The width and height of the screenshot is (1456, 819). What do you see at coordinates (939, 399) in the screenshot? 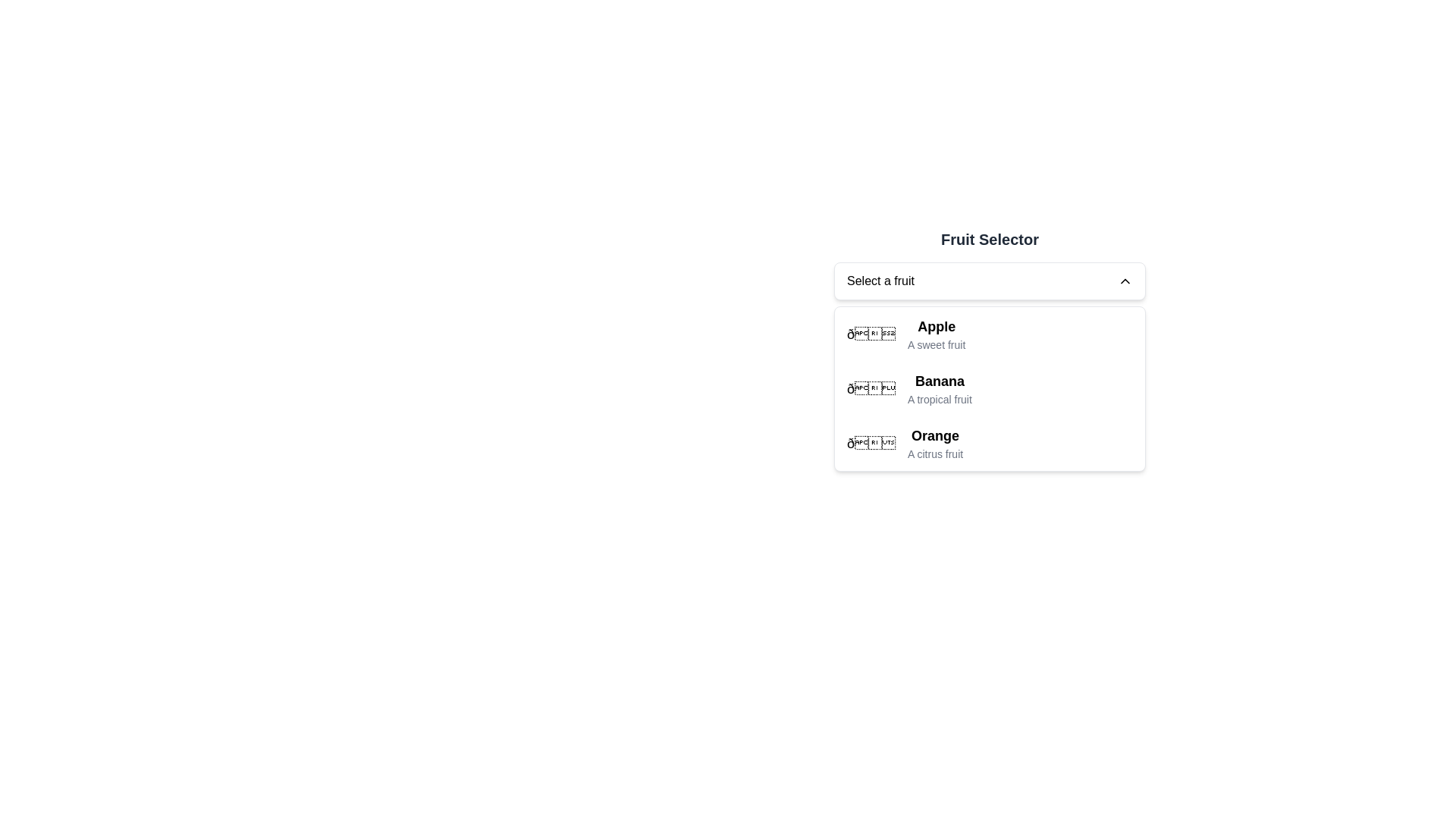
I see `the informational text label for 'Banana' located directly beneath the larger text in the dropdown list` at bounding box center [939, 399].